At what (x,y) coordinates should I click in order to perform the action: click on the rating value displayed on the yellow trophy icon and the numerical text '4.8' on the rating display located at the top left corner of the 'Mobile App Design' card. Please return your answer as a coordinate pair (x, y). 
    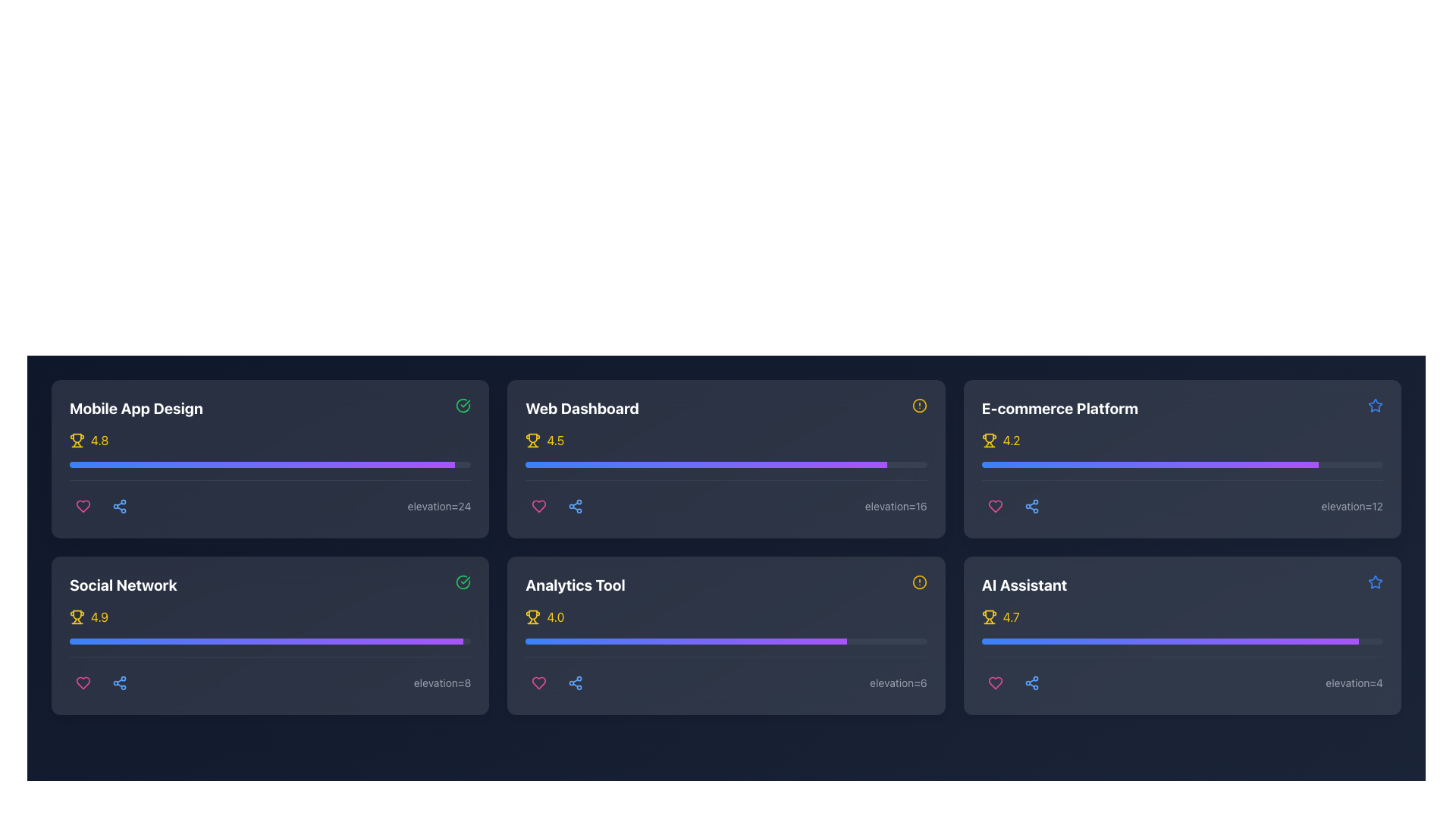
    Looking at the image, I should click on (270, 441).